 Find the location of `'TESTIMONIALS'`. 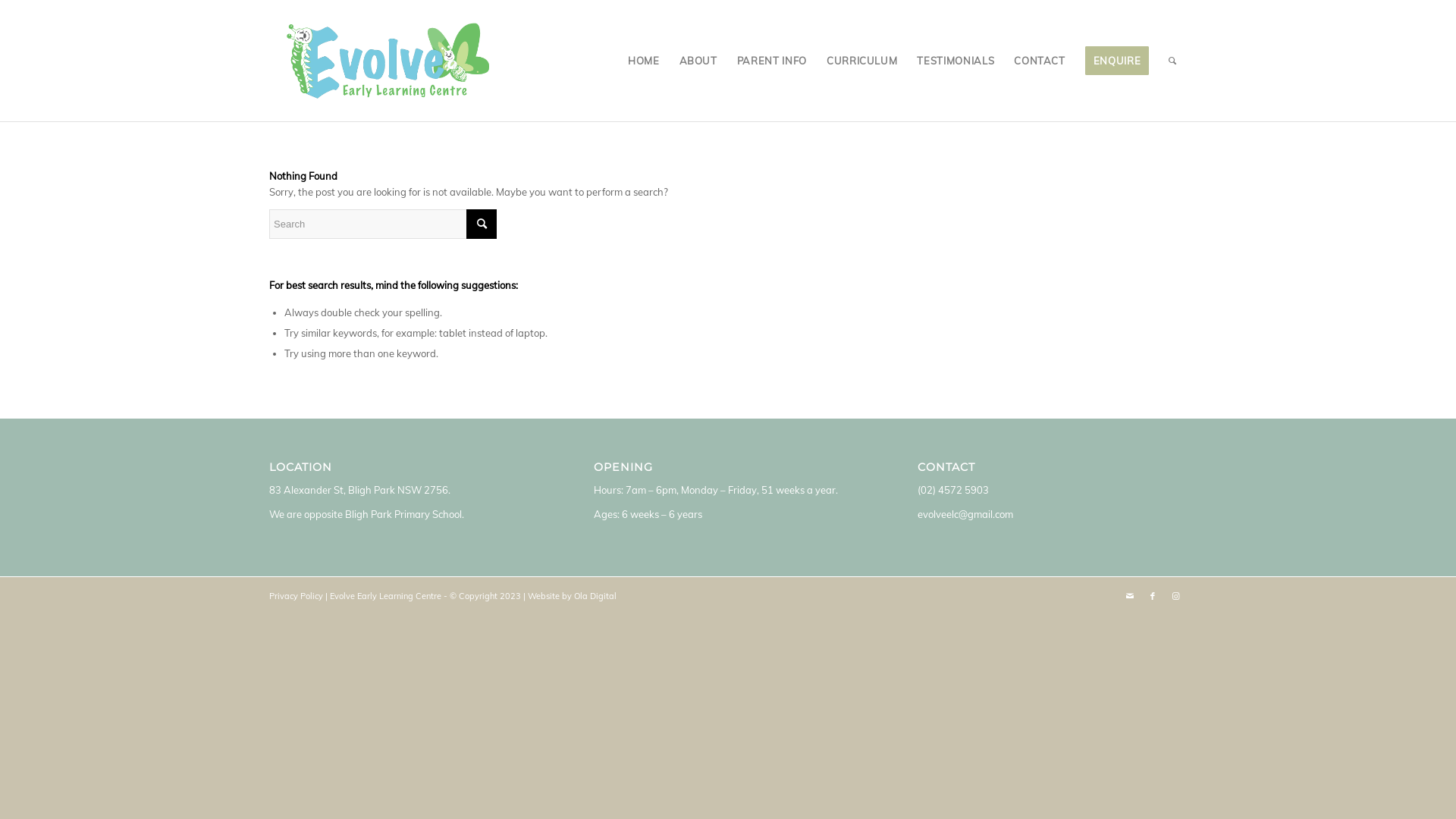

'TESTIMONIALS' is located at coordinates (954, 60).